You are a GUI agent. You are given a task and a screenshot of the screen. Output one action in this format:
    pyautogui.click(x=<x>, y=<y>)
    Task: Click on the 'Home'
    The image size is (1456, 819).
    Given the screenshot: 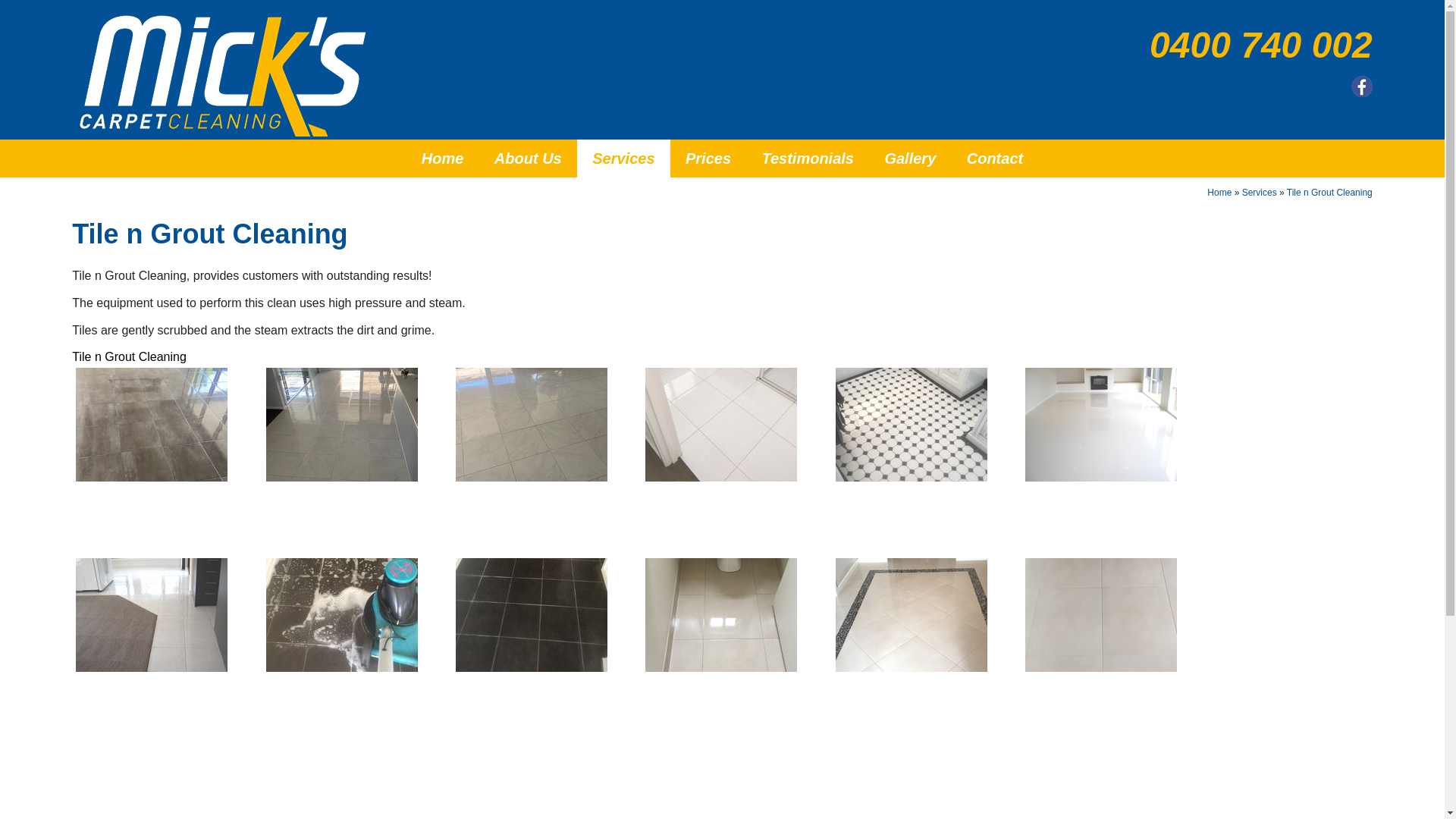 What is the action you would take?
    pyautogui.click(x=1219, y=192)
    